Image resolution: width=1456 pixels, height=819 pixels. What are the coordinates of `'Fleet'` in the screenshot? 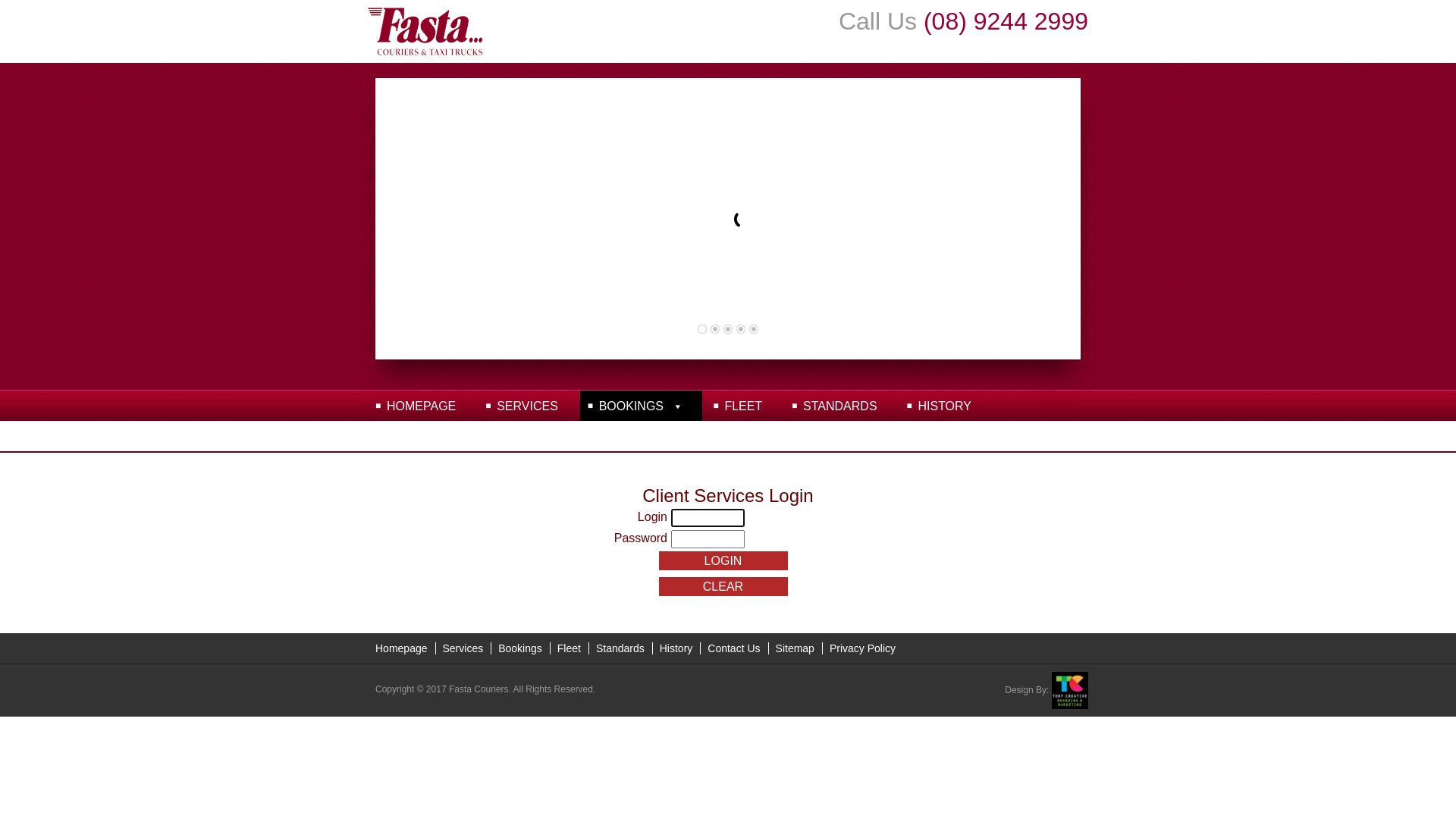 It's located at (568, 648).